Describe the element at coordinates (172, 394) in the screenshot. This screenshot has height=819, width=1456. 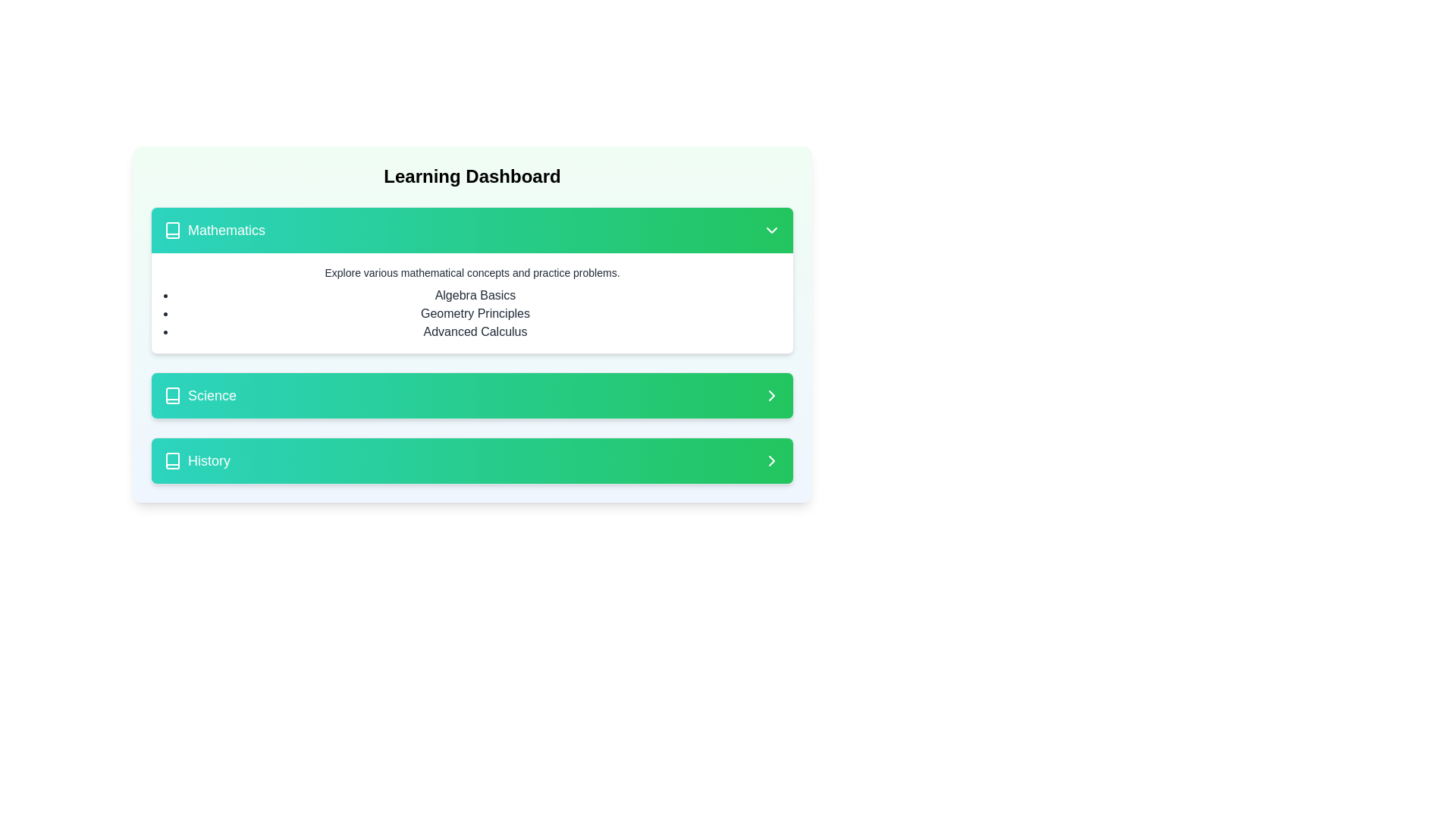
I see `the SVG icon with a book-like design in the 'Science' section, located to the left of the text 'Science'` at that location.